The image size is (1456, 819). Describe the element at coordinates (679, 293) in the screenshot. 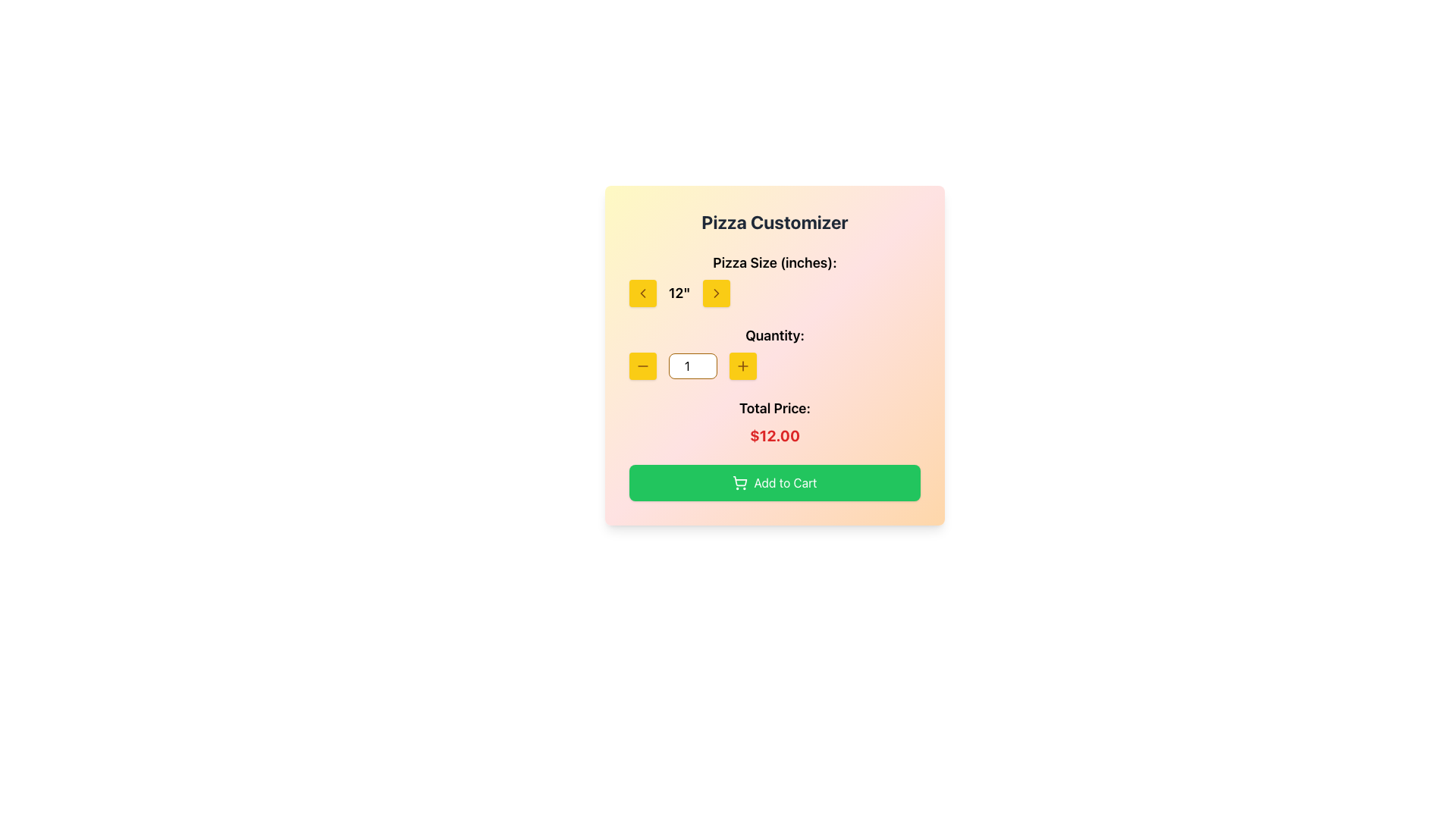

I see `the Text Display element that shows the text '12"' in bold font, located between two buttons in the pizza customizer interface` at that location.